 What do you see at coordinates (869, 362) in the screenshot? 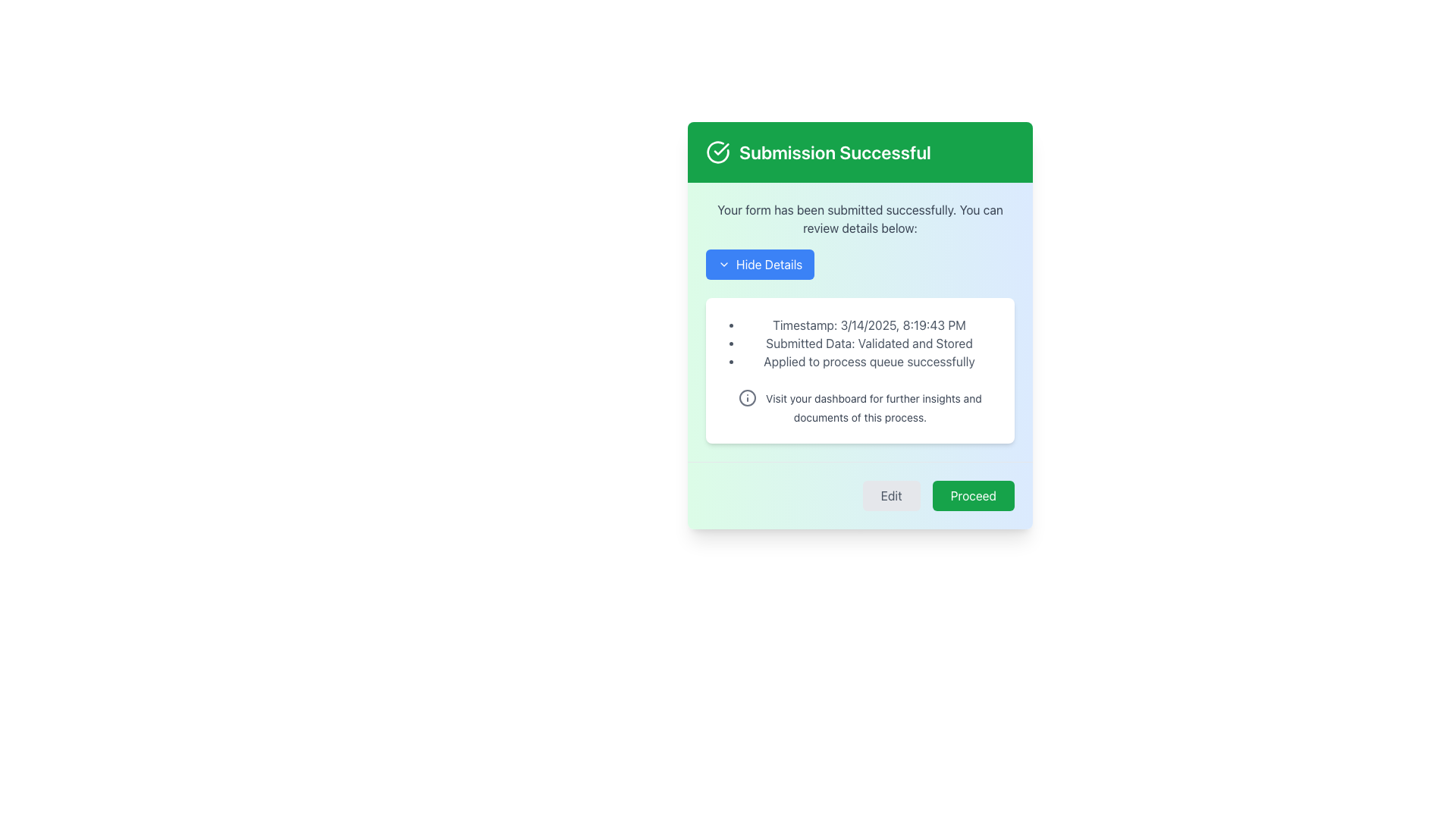
I see `static text indicating successful application to the process queue, which is the third item in the list of messages within the 'Submission Successful' dialog` at bounding box center [869, 362].